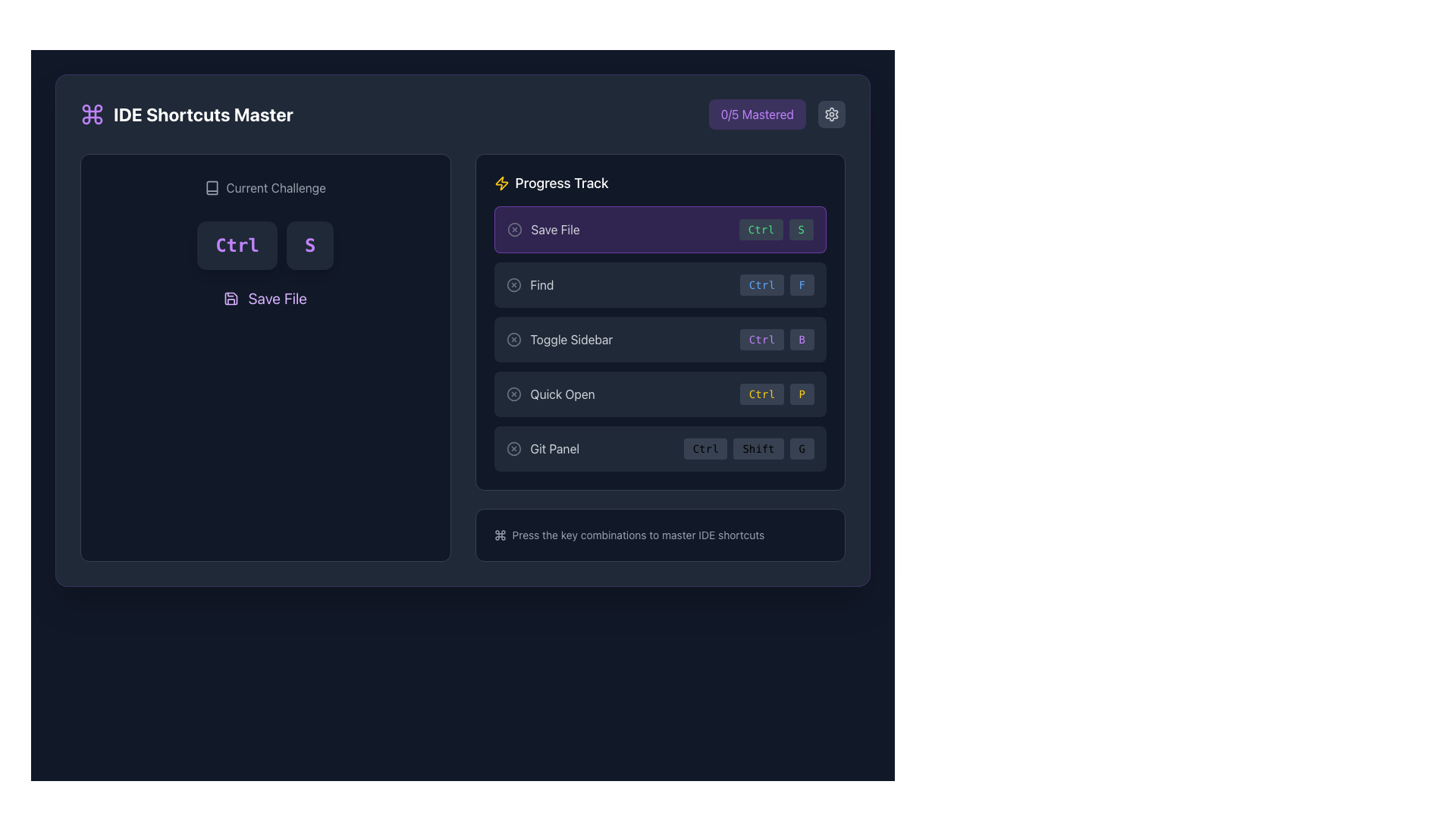  Describe the element at coordinates (660, 321) in the screenshot. I see `the 'Toggle Sidebar' list item in the 'Progress Track' section that shows the shortcut 'Ctrl B'` at that location.